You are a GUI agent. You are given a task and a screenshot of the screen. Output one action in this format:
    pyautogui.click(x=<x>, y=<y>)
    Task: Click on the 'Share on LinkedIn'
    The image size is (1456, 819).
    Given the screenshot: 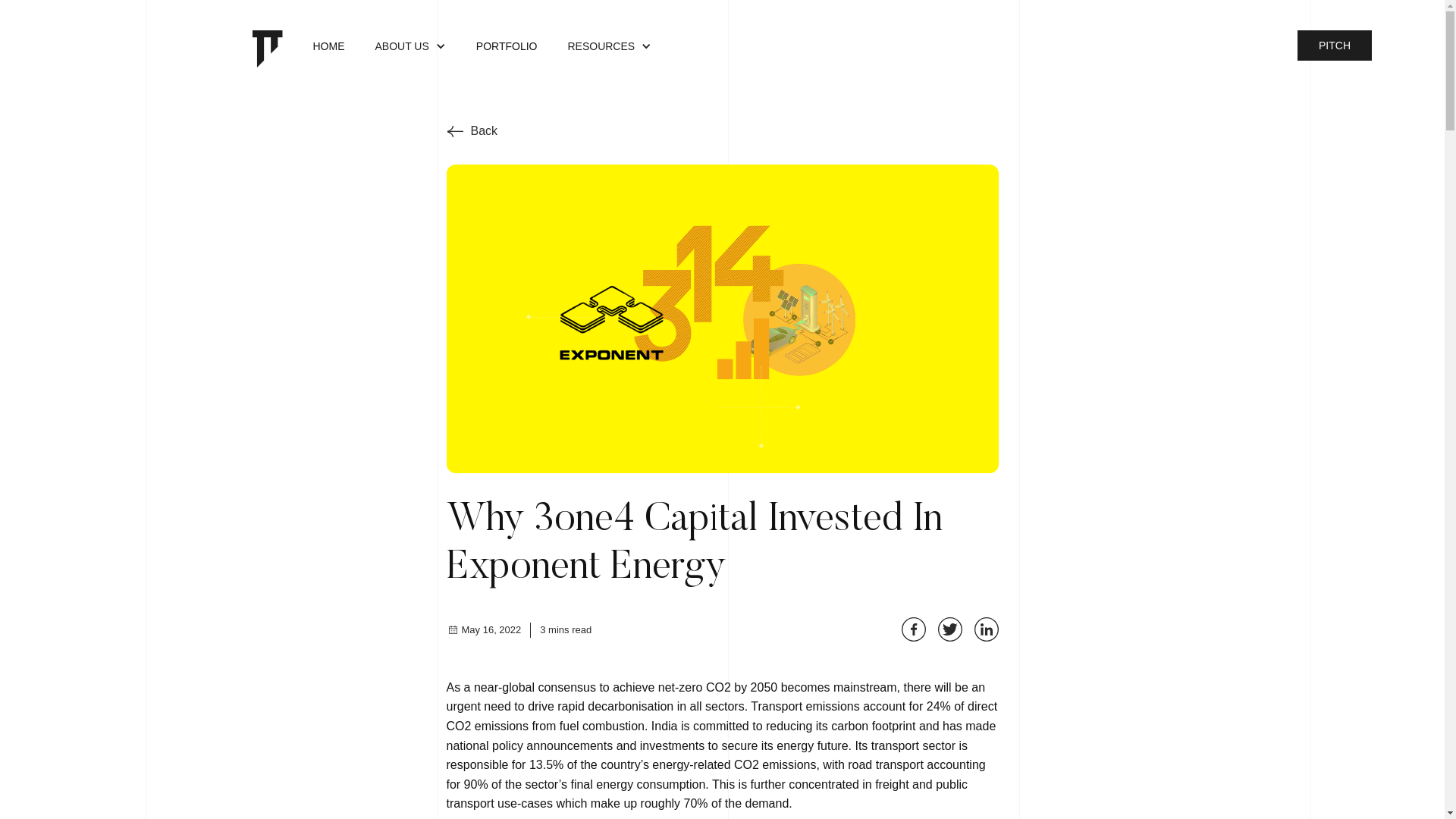 What is the action you would take?
    pyautogui.click(x=973, y=629)
    